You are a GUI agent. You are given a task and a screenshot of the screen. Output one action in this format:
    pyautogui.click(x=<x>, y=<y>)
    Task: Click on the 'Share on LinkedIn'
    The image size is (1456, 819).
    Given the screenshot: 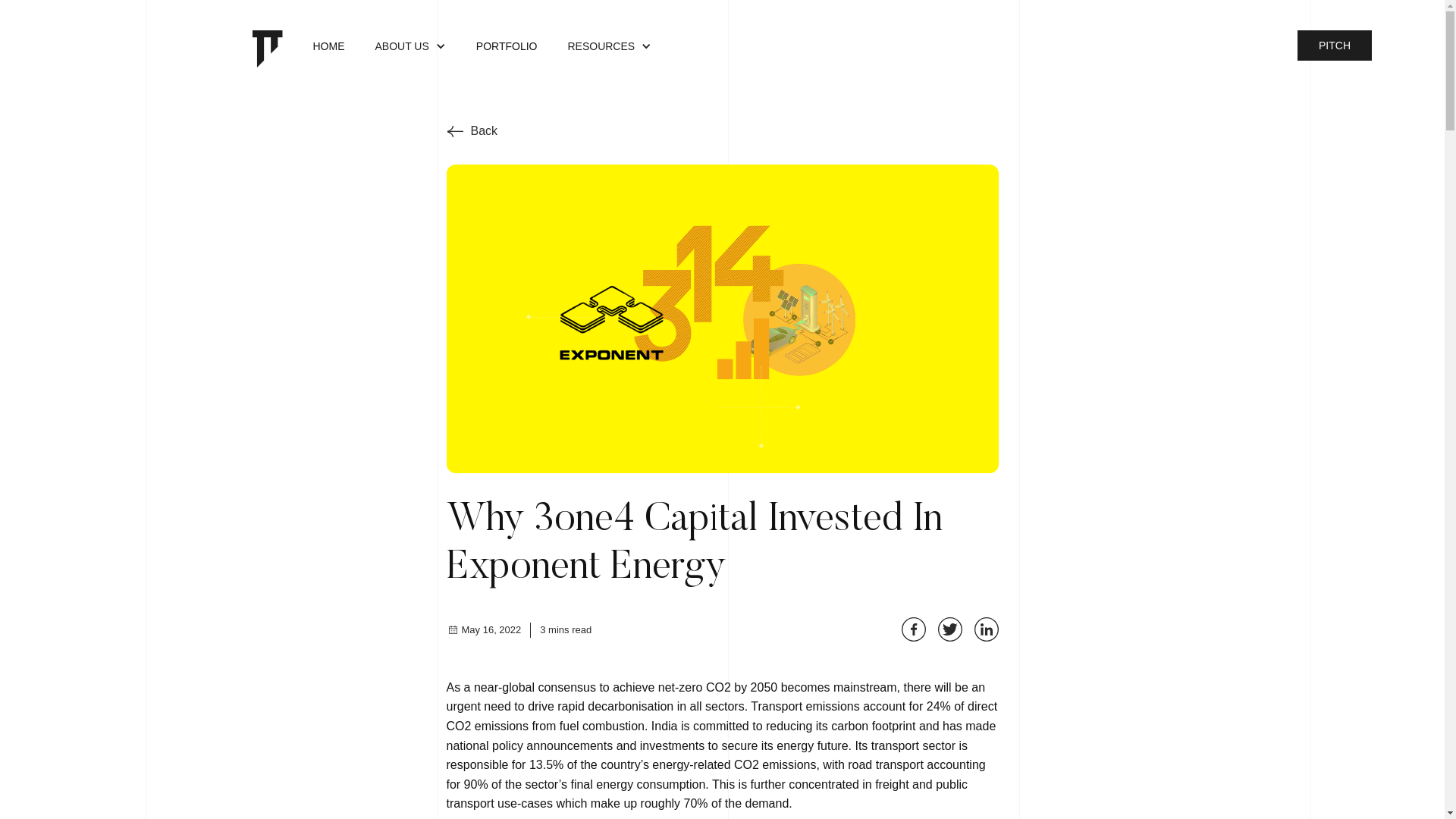 What is the action you would take?
    pyautogui.click(x=973, y=629)
    